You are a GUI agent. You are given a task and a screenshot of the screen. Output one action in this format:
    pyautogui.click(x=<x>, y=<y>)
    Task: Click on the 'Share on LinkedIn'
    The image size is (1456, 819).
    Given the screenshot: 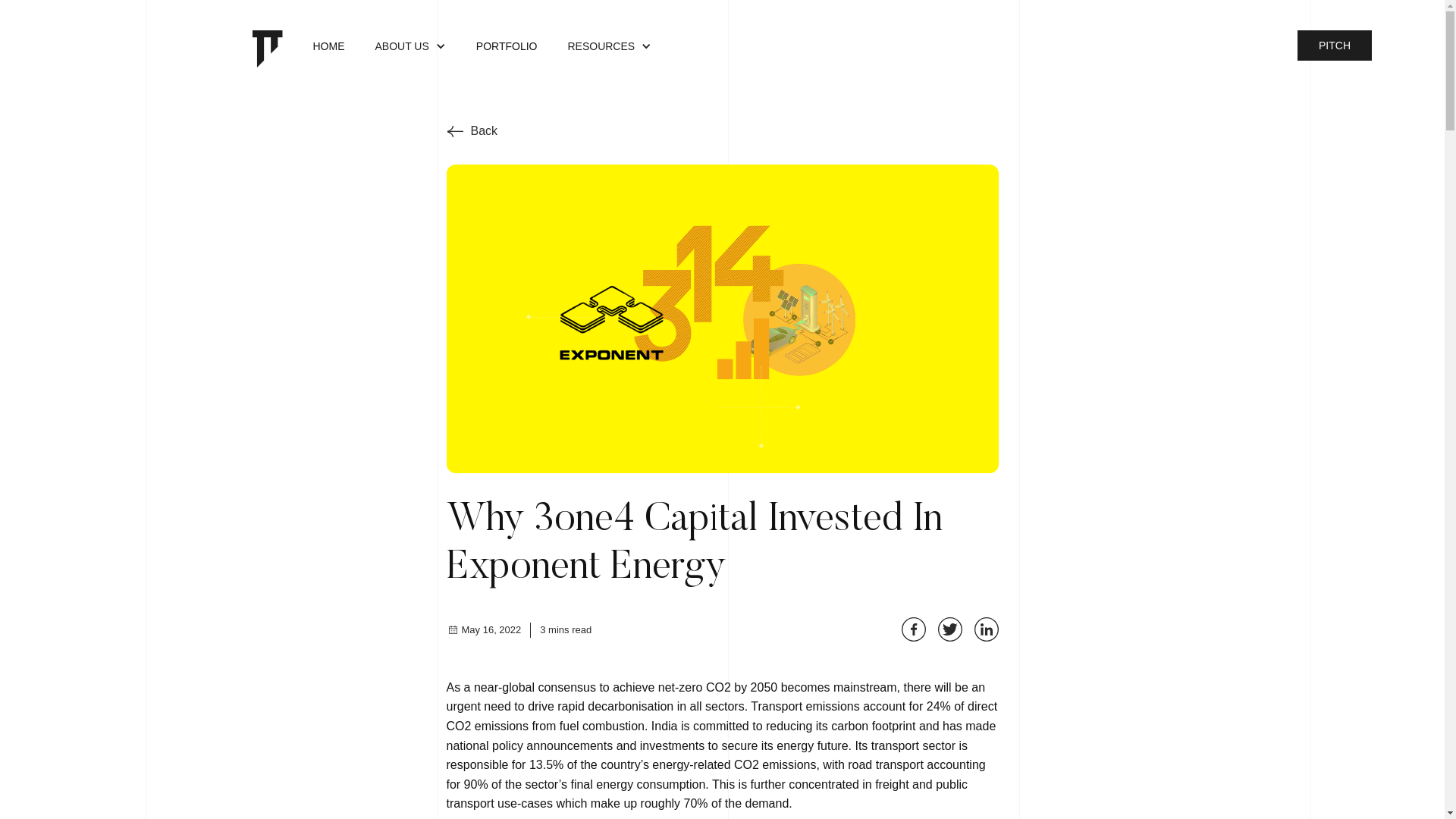 What is the action you would take?
    pyautogui.click(x=973, y=629)
    